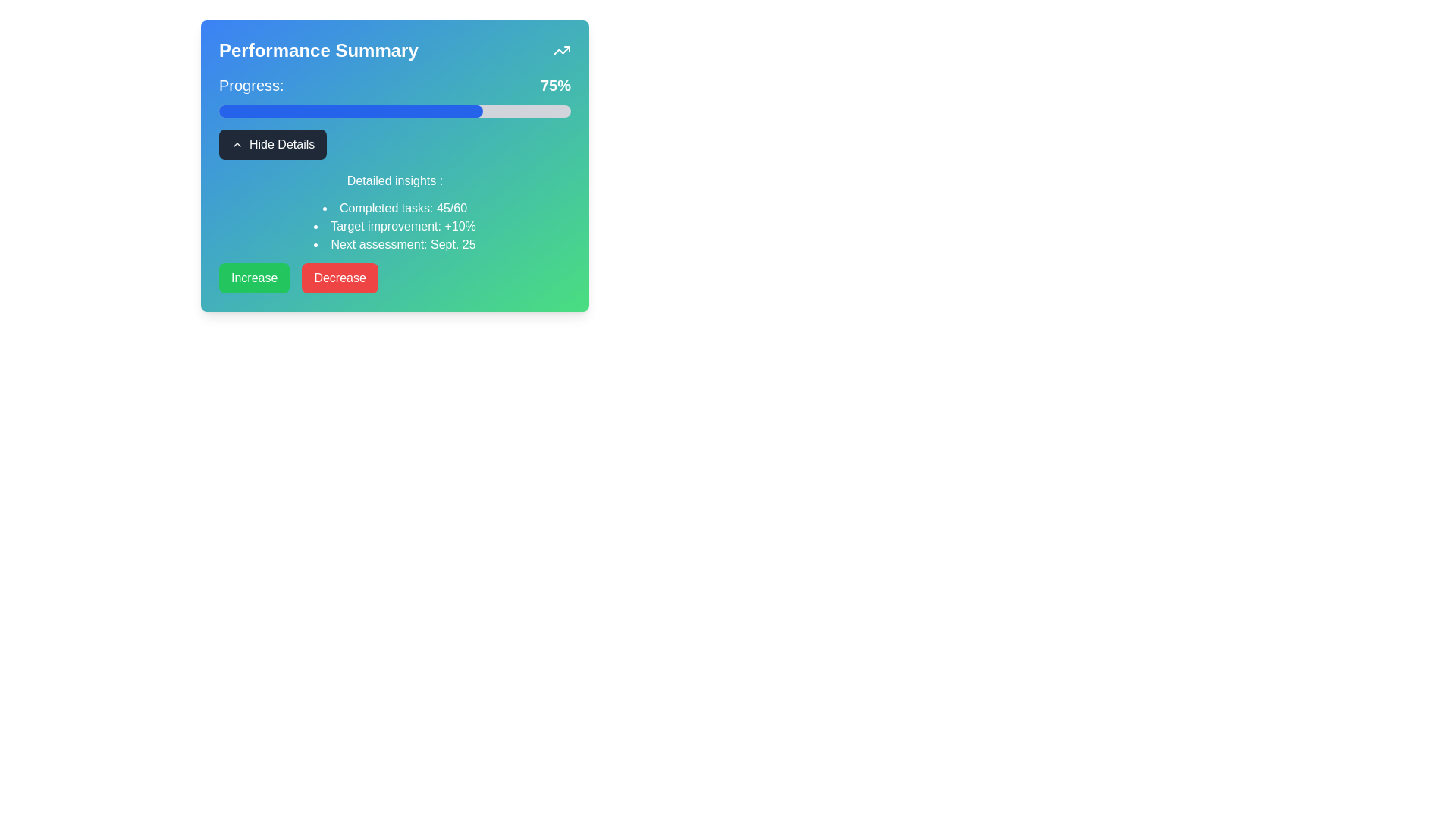  I want to click on the chevron icon within the 'Hide Details' button, so click(236, 145).